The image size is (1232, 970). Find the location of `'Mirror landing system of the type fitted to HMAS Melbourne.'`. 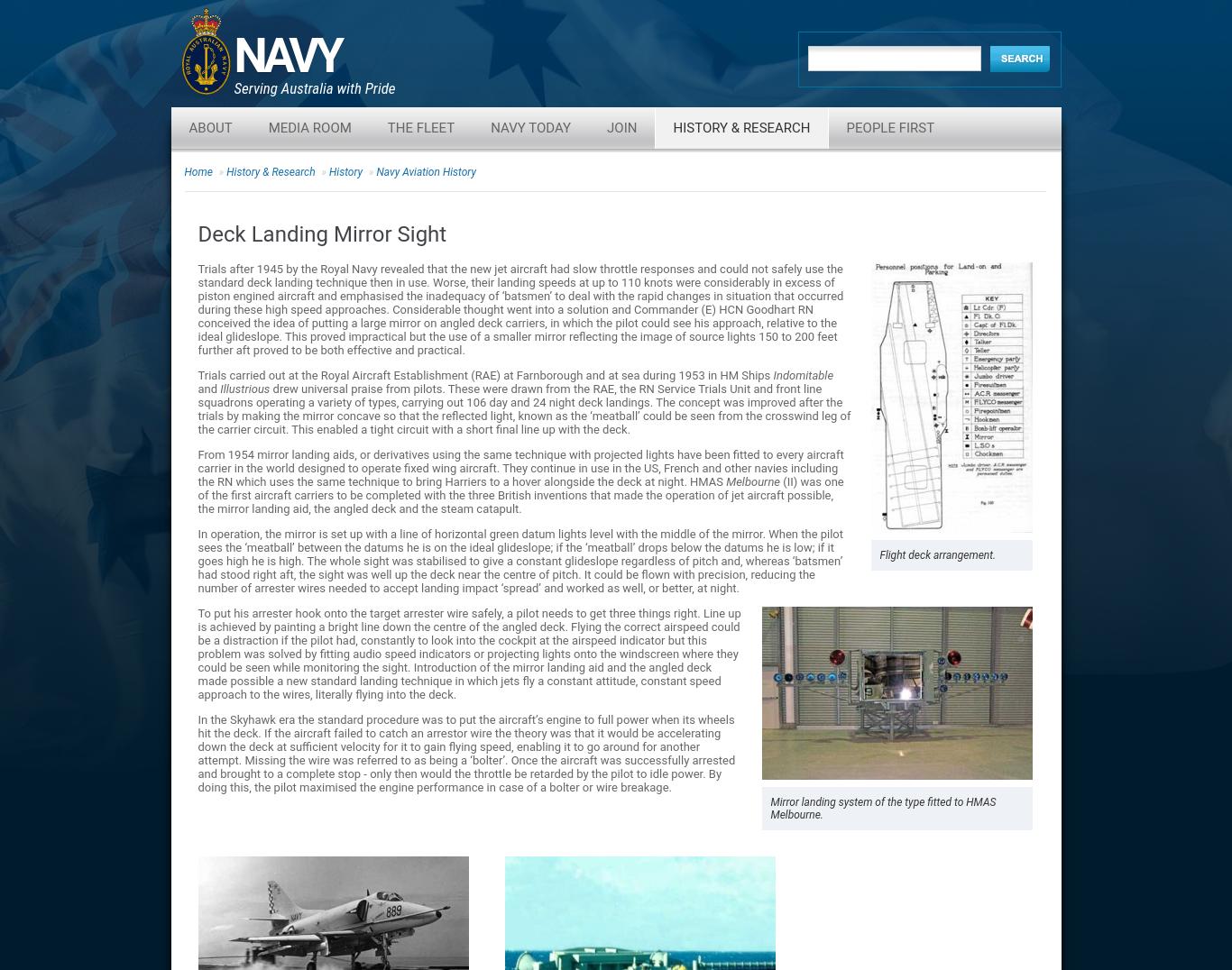

'Mirror landing system of the type fitted to HMAS Melbourne.' is located at coordinates (883, 808).